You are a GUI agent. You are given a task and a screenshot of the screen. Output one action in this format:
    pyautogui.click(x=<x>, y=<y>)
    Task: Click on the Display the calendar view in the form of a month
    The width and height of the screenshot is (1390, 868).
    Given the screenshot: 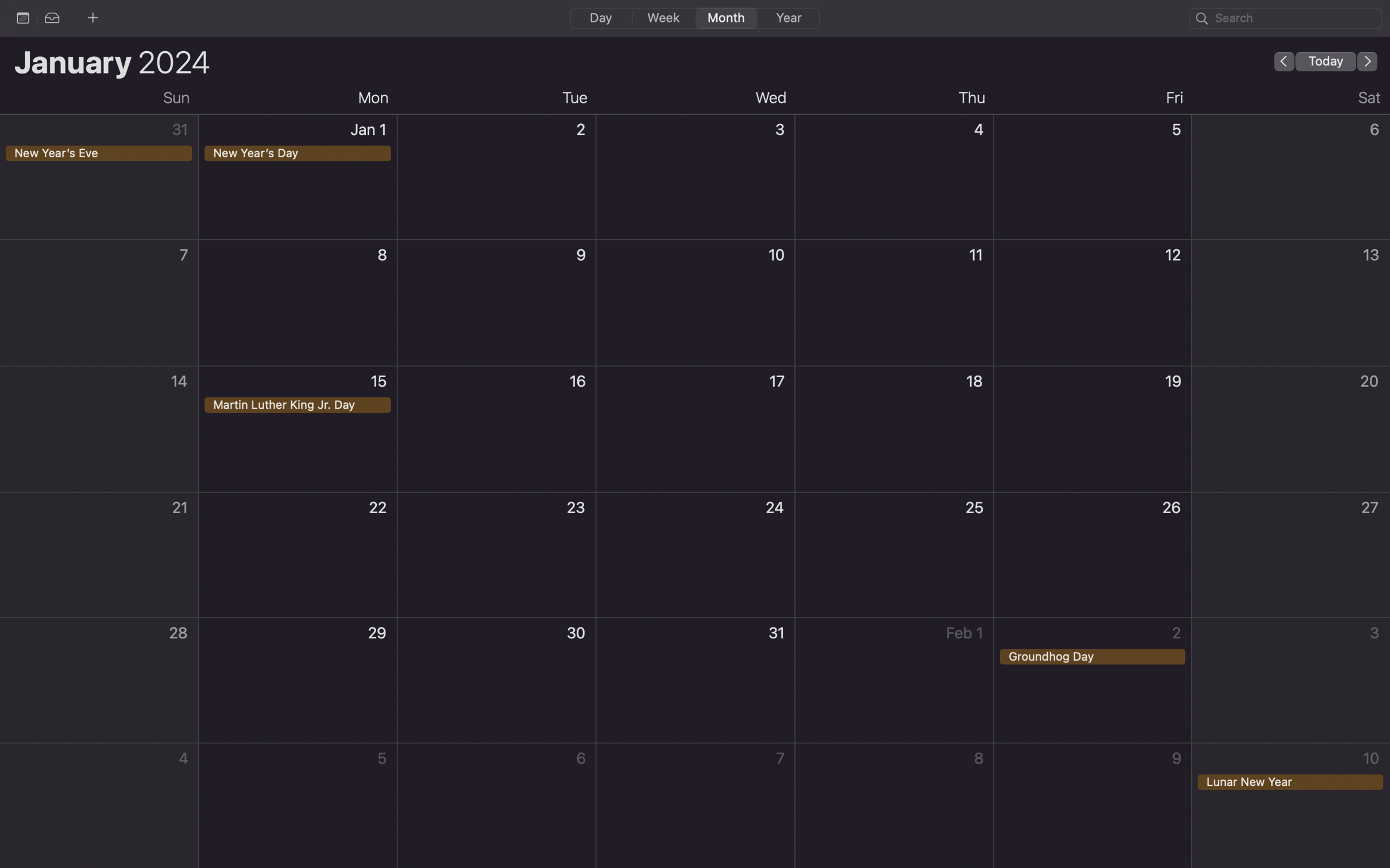 What is the action you would take?
    pyautogui.click(x=724, y=17)
    